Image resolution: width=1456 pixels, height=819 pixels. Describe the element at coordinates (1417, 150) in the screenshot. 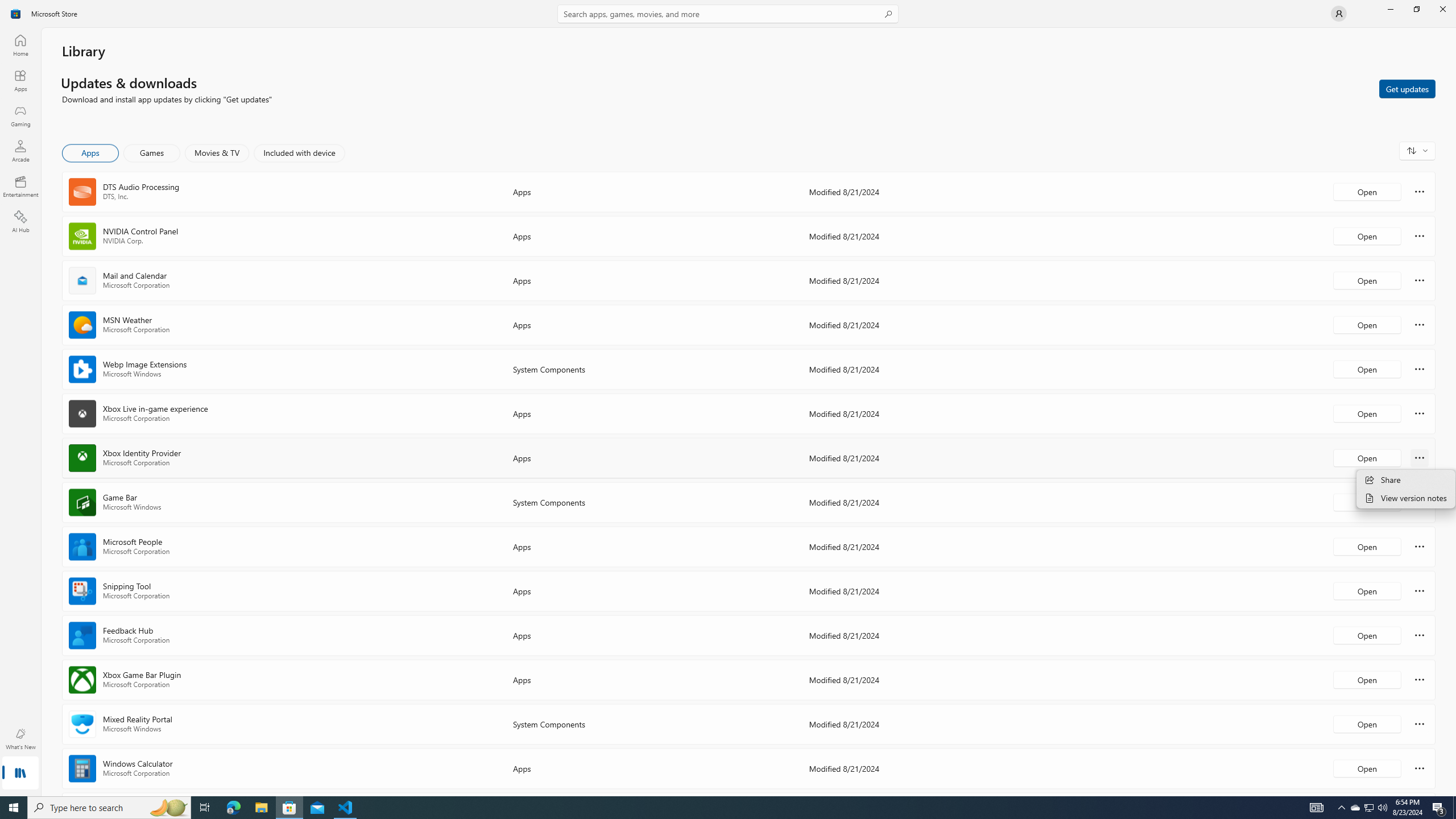

I see `'Sort and filter'` at that location.